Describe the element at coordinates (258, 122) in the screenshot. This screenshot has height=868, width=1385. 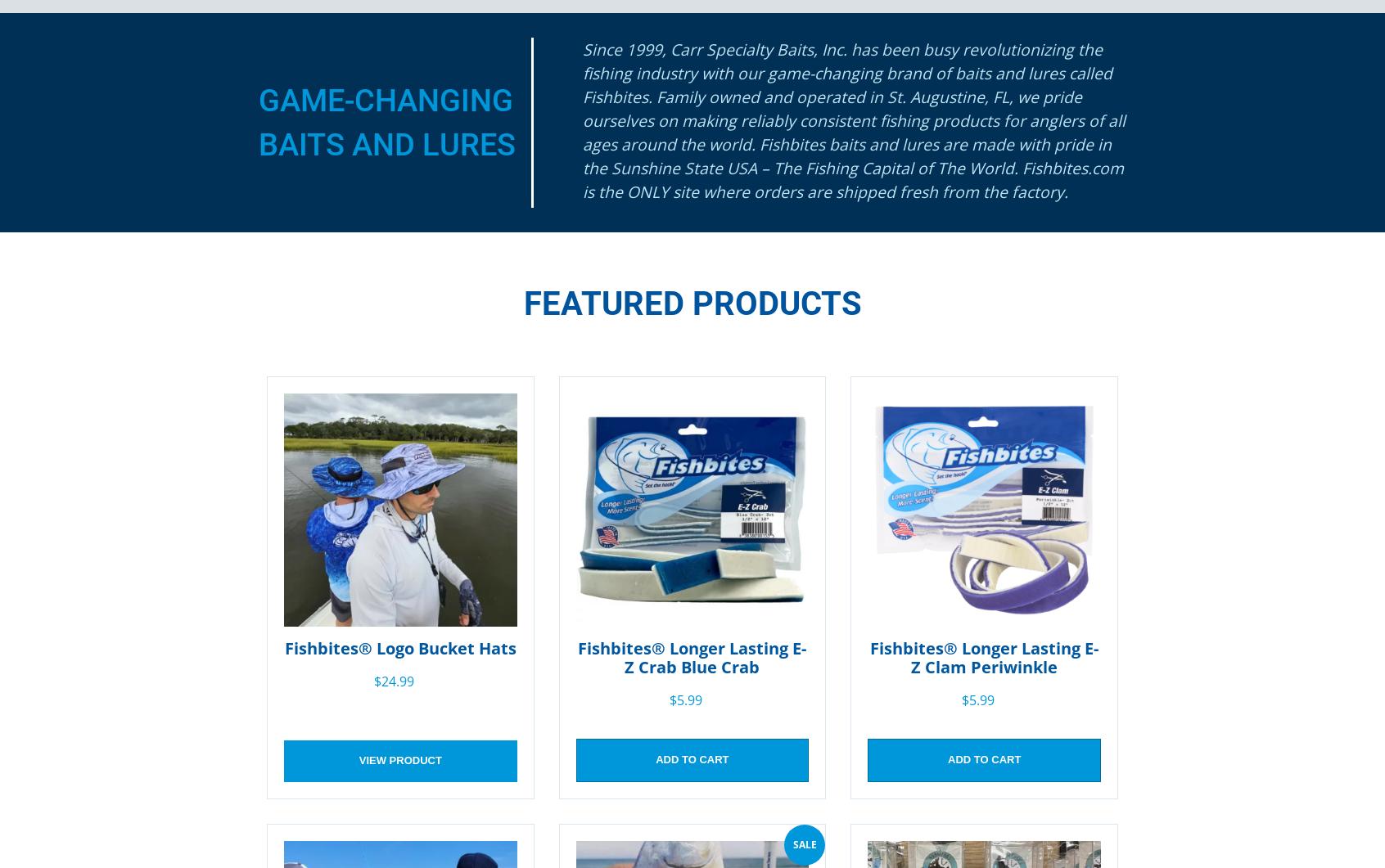
I see `'Game-Changing Baits and Lures'` at that location.